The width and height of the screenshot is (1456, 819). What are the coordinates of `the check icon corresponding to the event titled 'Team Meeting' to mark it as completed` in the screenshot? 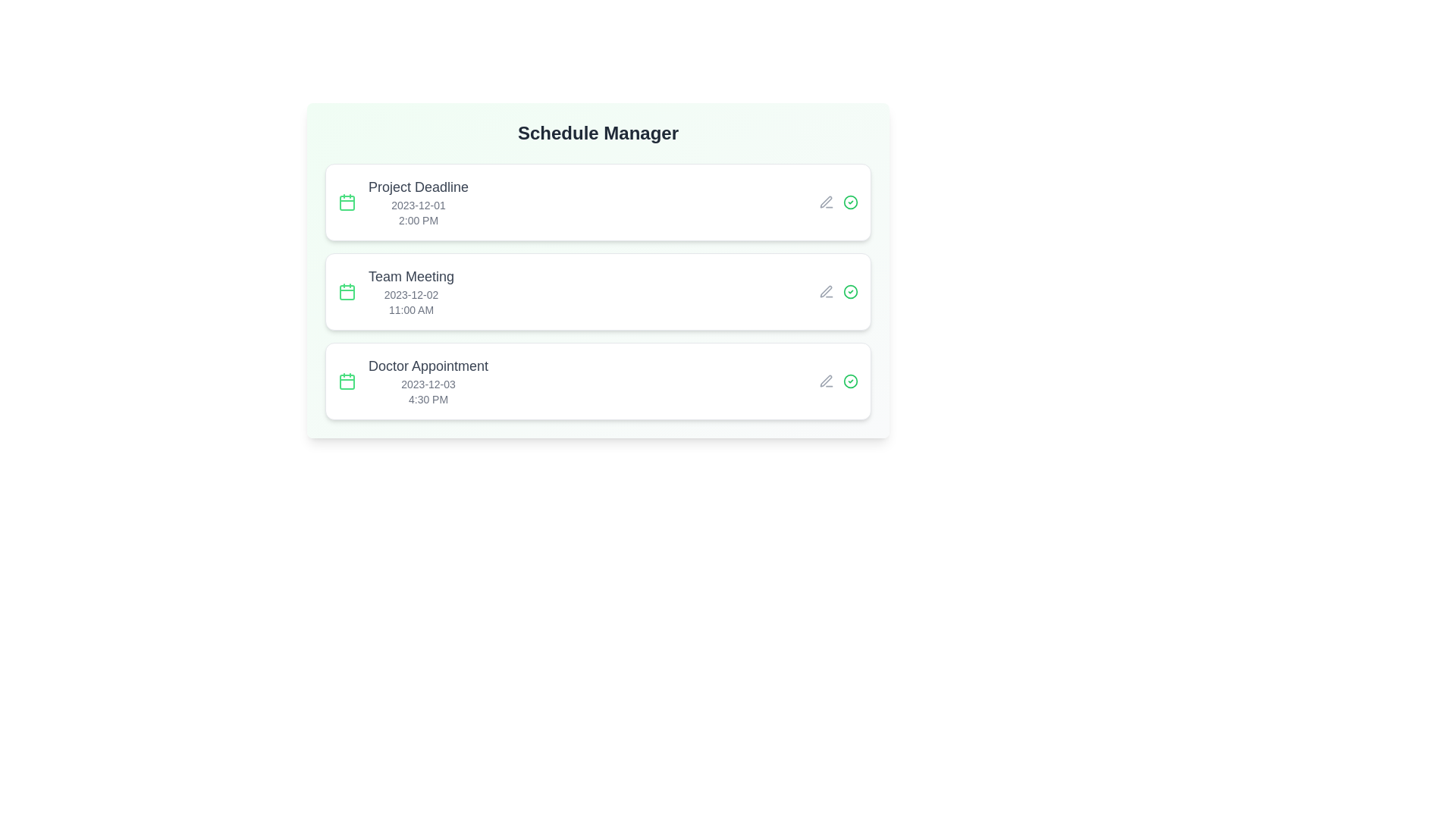 It's located at (851, 292).